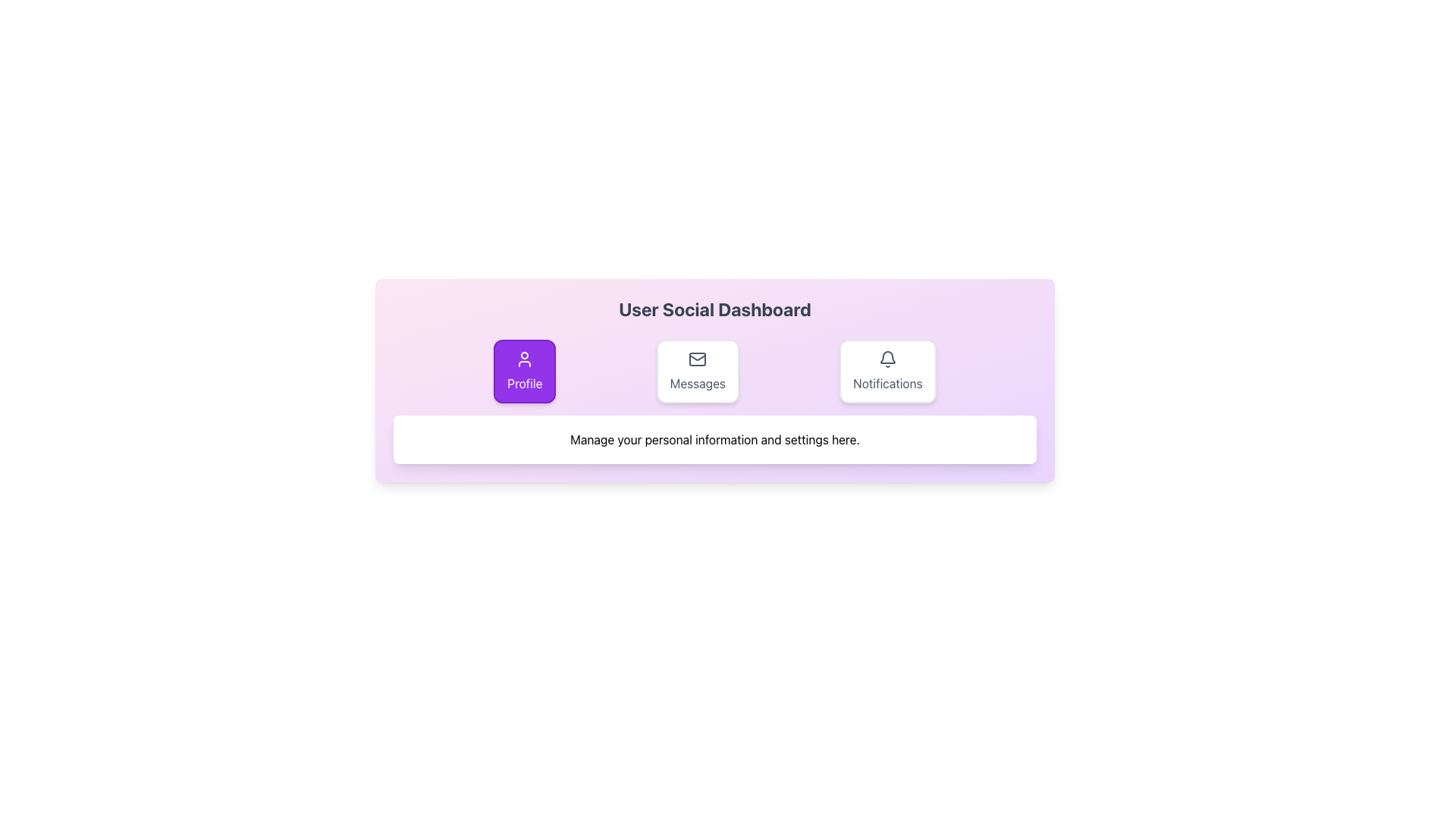 The height and width of the screenshot is (819, 1456). Describe the element at coordinates (697, 359) in the screenshot. I see `the rectangular shape with rounded corners located centrally inside the mail icon, which is the middle icon in a row of three icons` at that location.